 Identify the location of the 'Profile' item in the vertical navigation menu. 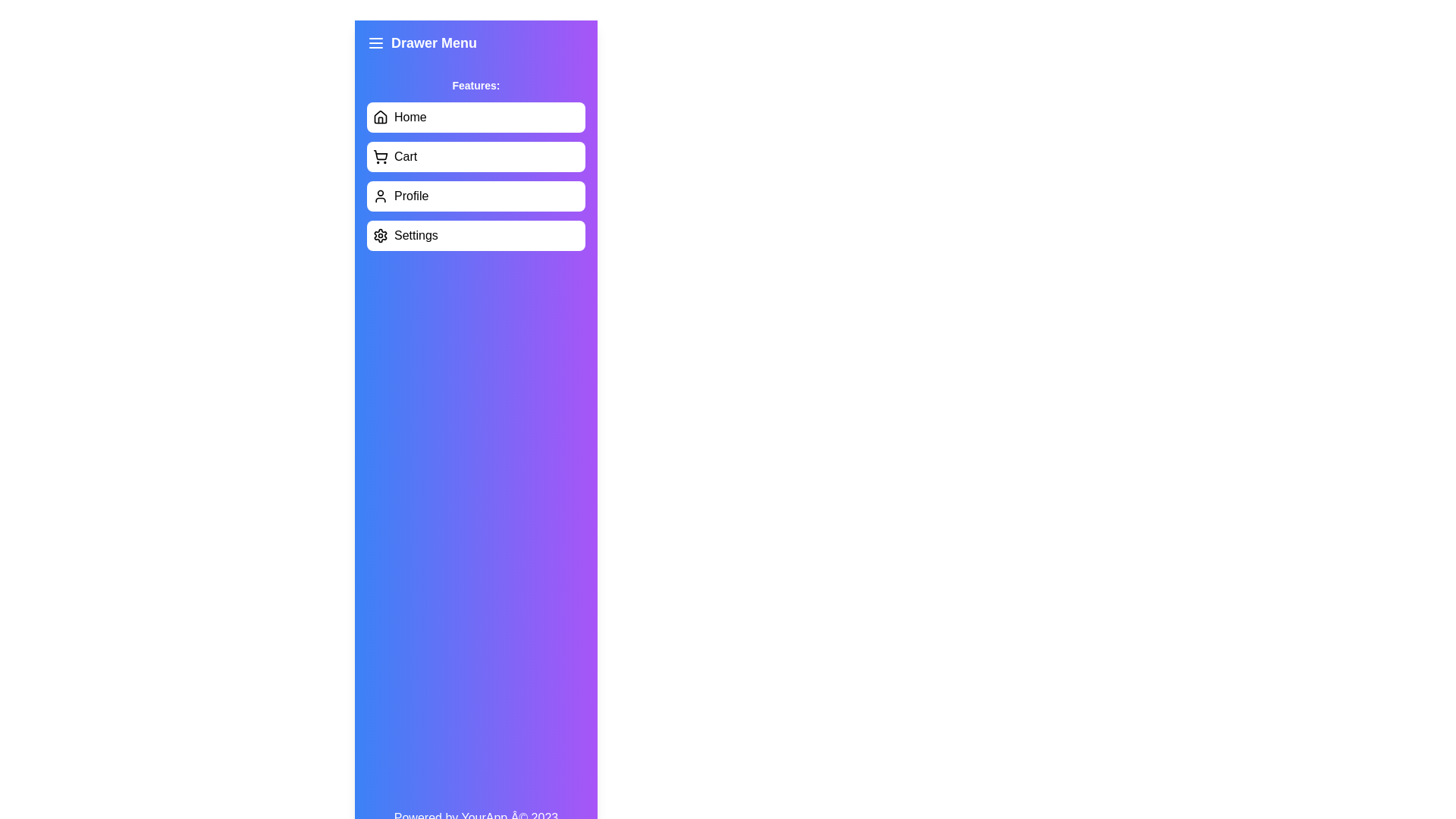
(475, 175).